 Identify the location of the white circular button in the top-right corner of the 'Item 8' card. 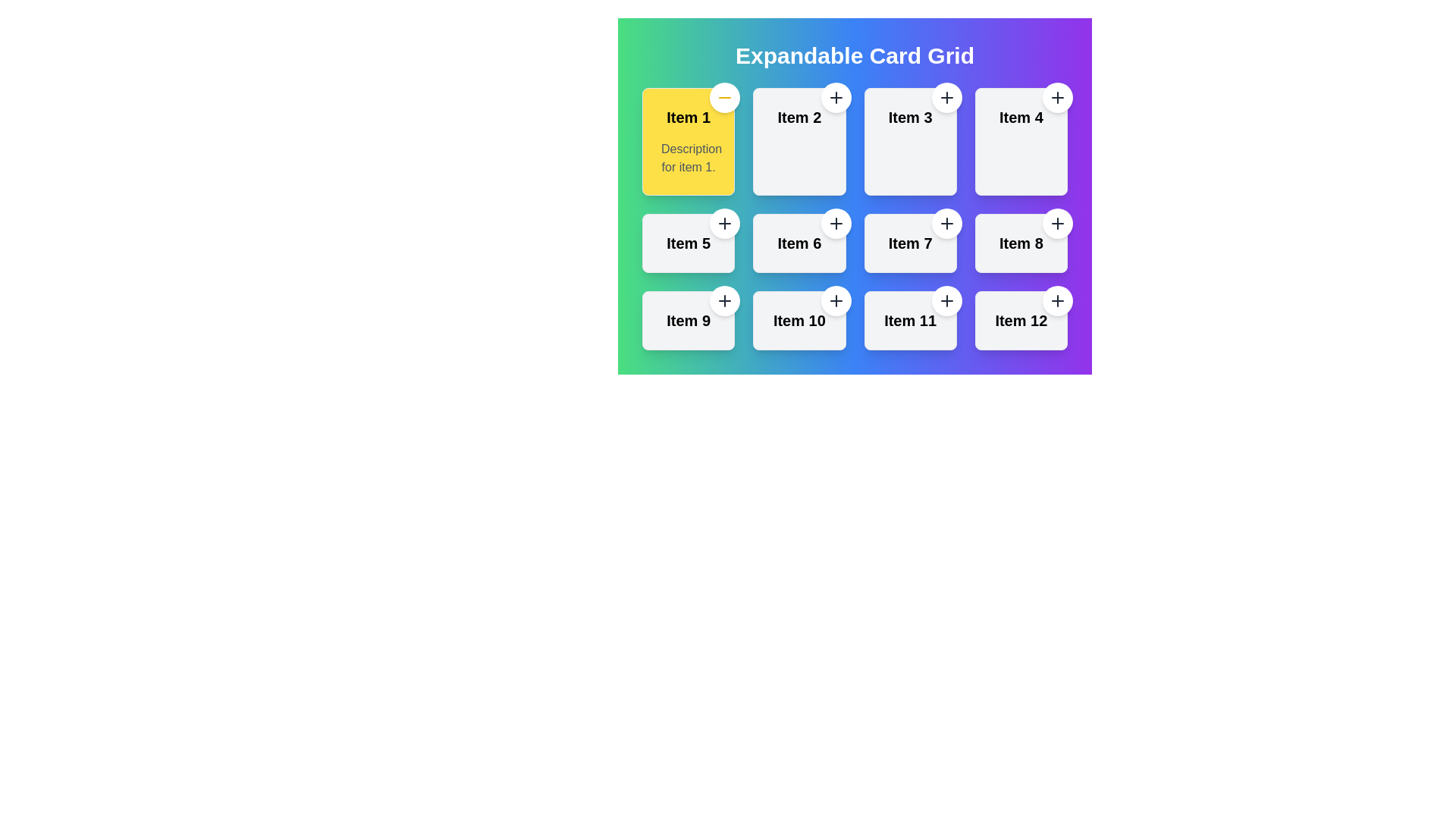
(1057, 223).